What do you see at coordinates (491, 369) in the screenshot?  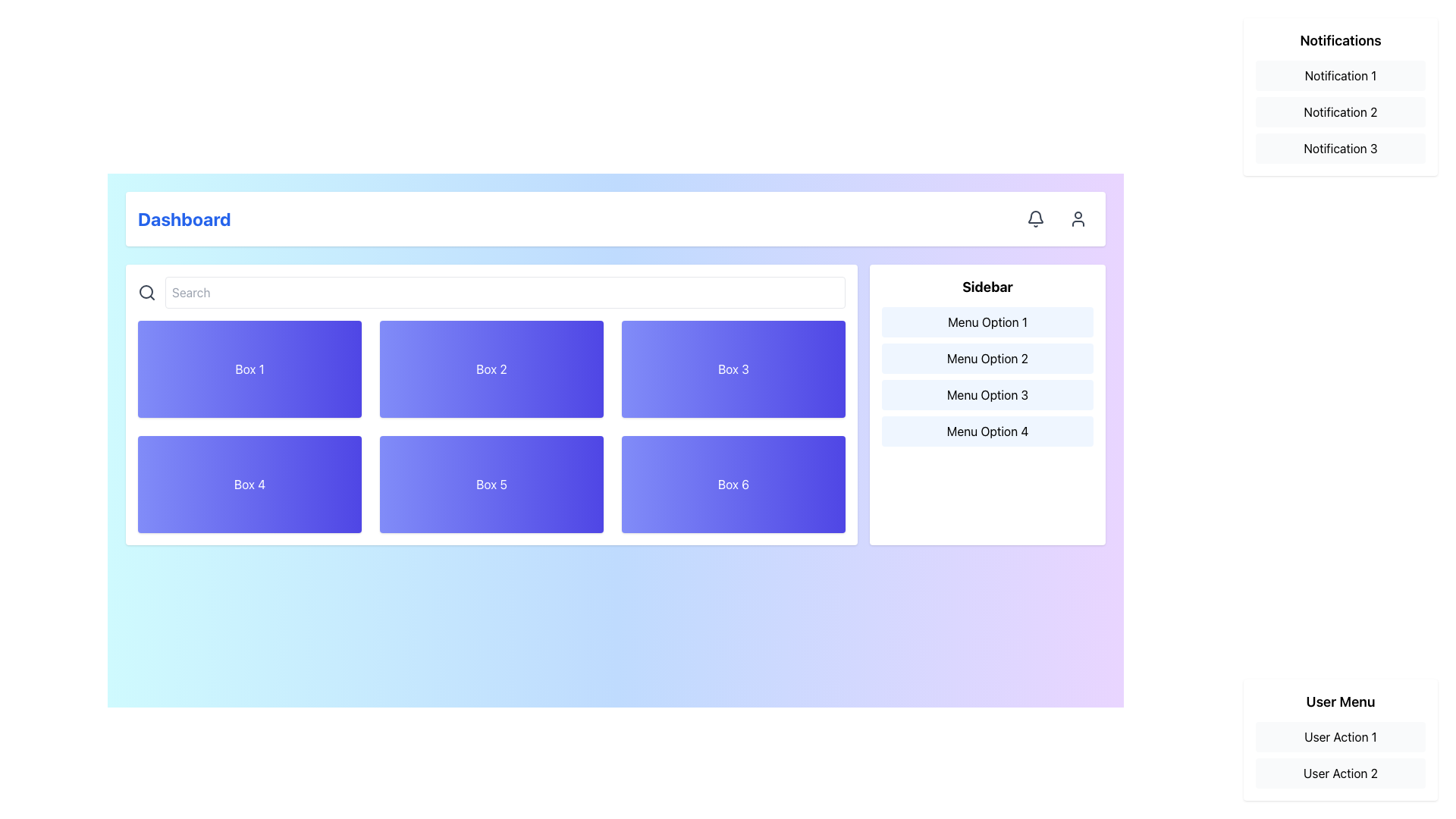 I see `the Static display box, which is the second element in a grid of six boxes, located in the top row and middle column` at bounding box center [491, 369].